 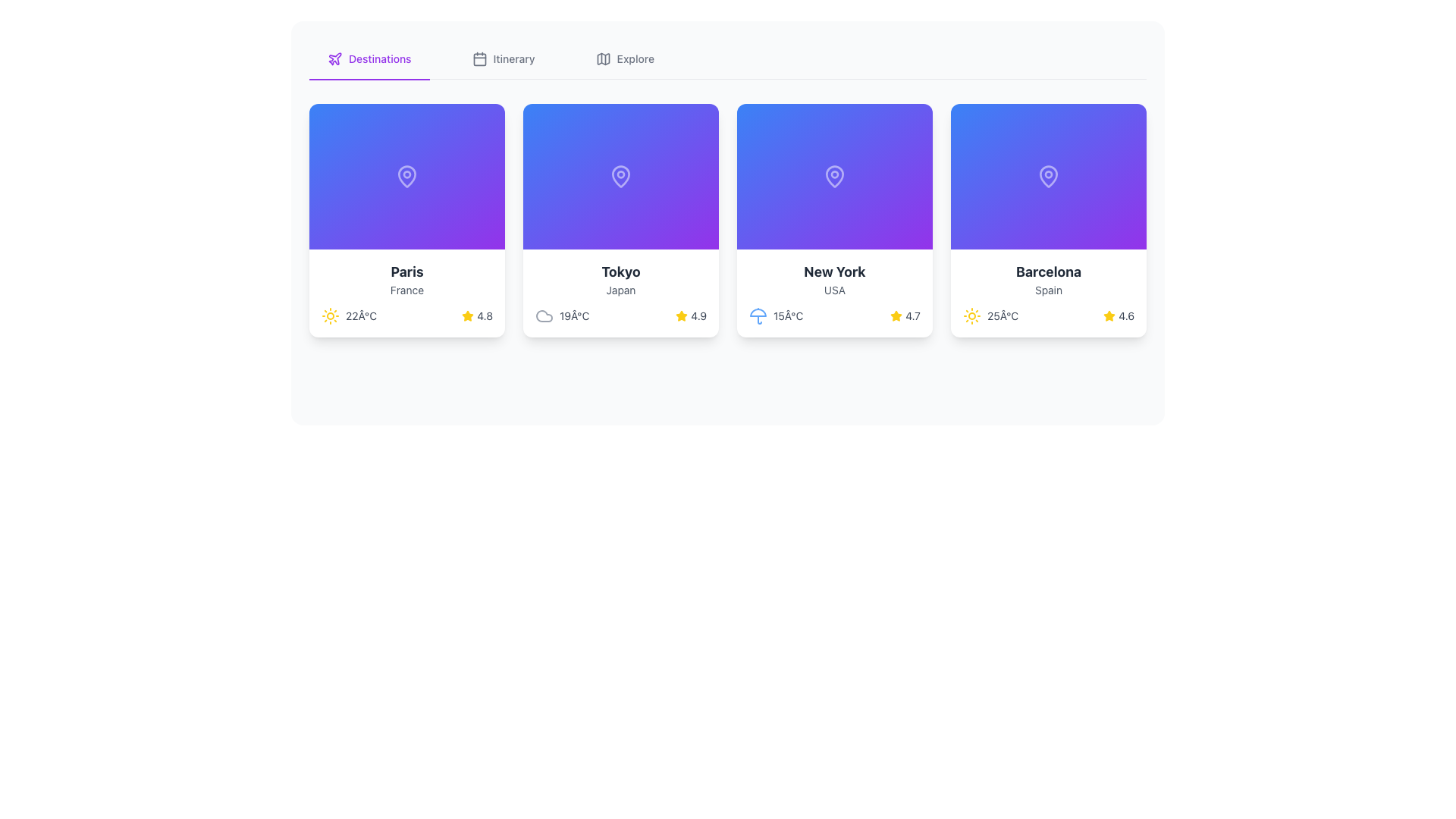 I want to click on the map pin icon located in the top section of the second card titled 'Tokyo, Japan' under the 'Destinations' tab, so click(x=621, y=175).